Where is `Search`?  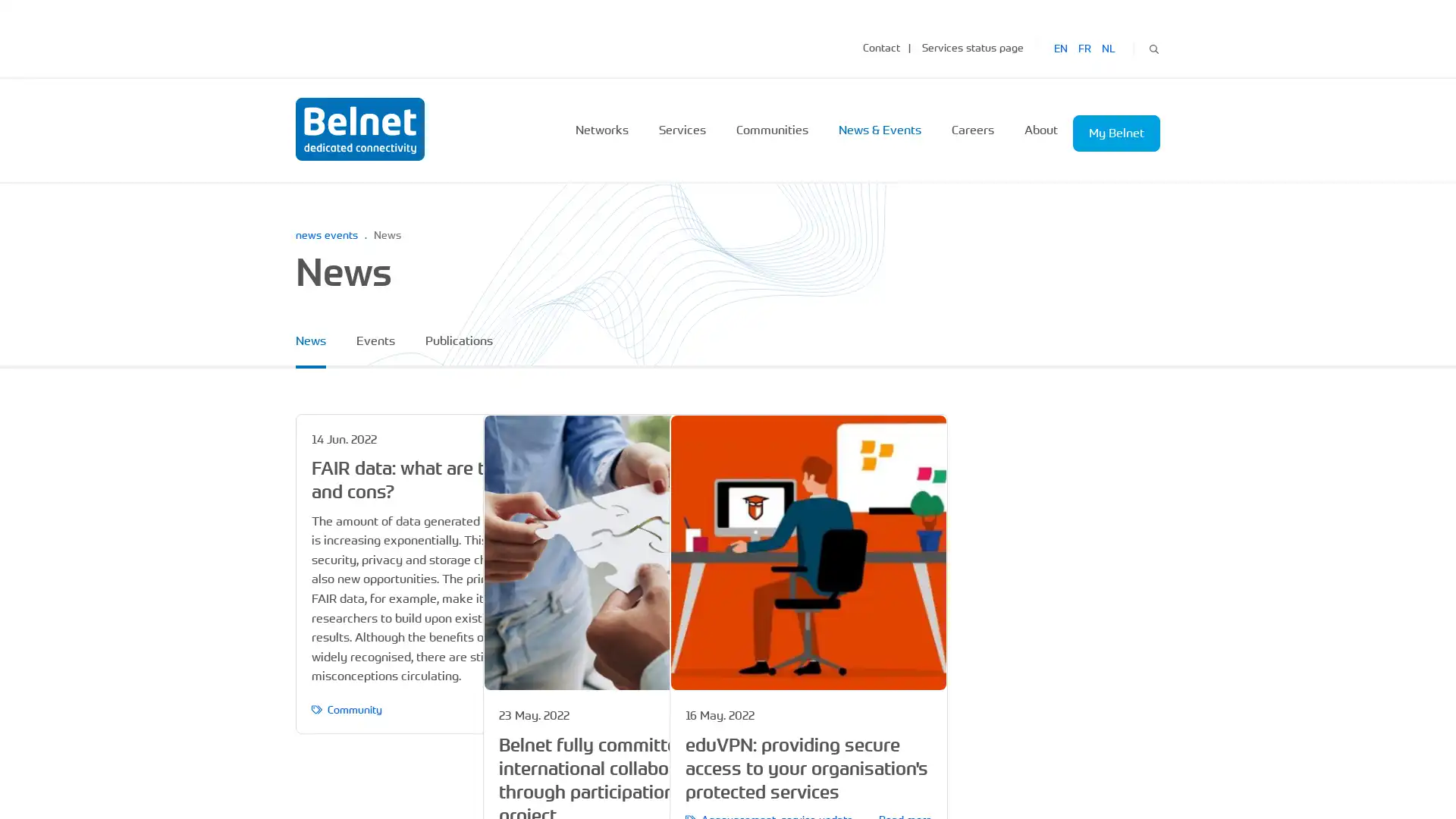 Search is located at coordinates (1153, 46).